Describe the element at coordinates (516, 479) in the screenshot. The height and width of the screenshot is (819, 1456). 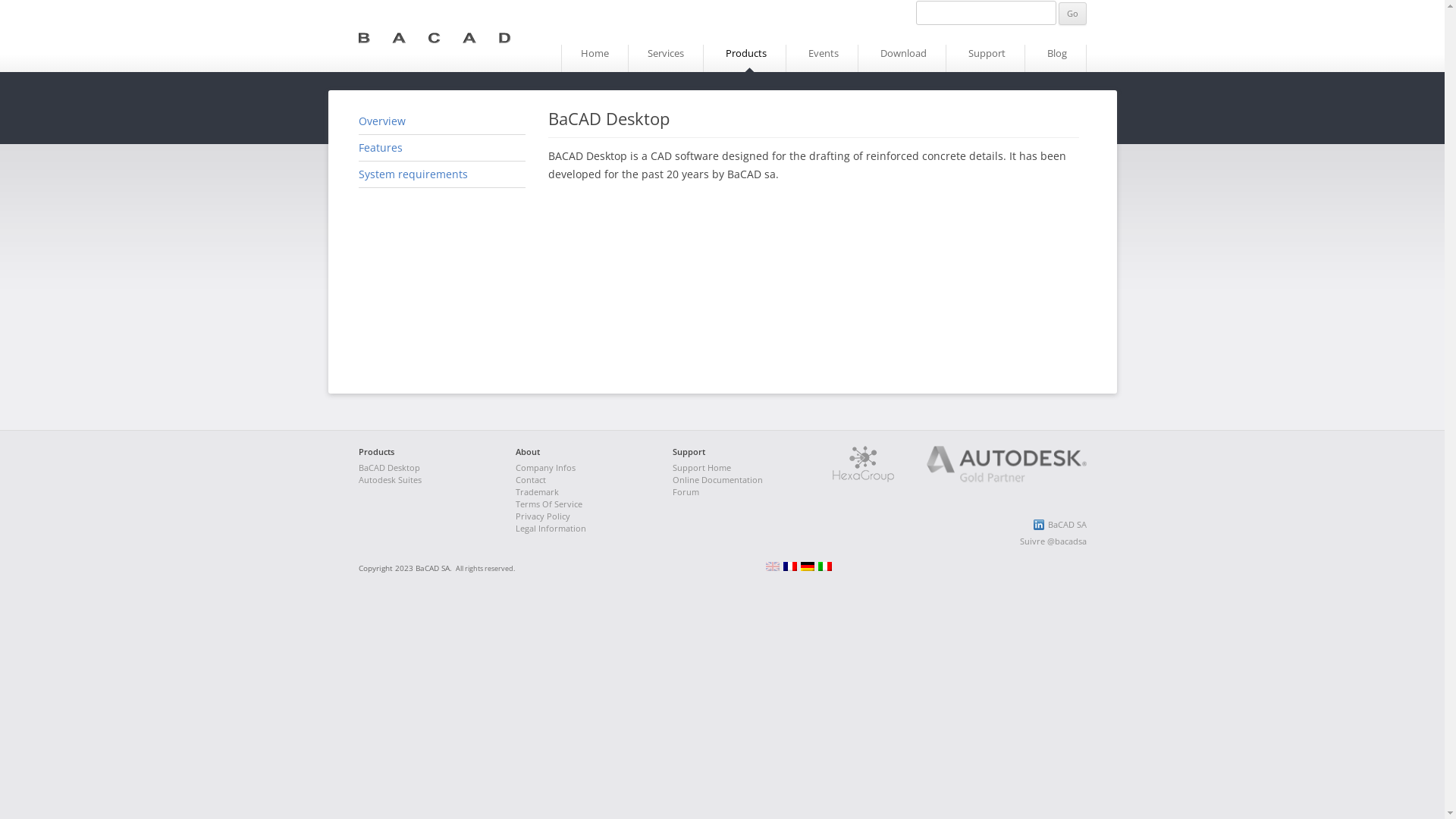
I see `'Contact'` at that location.